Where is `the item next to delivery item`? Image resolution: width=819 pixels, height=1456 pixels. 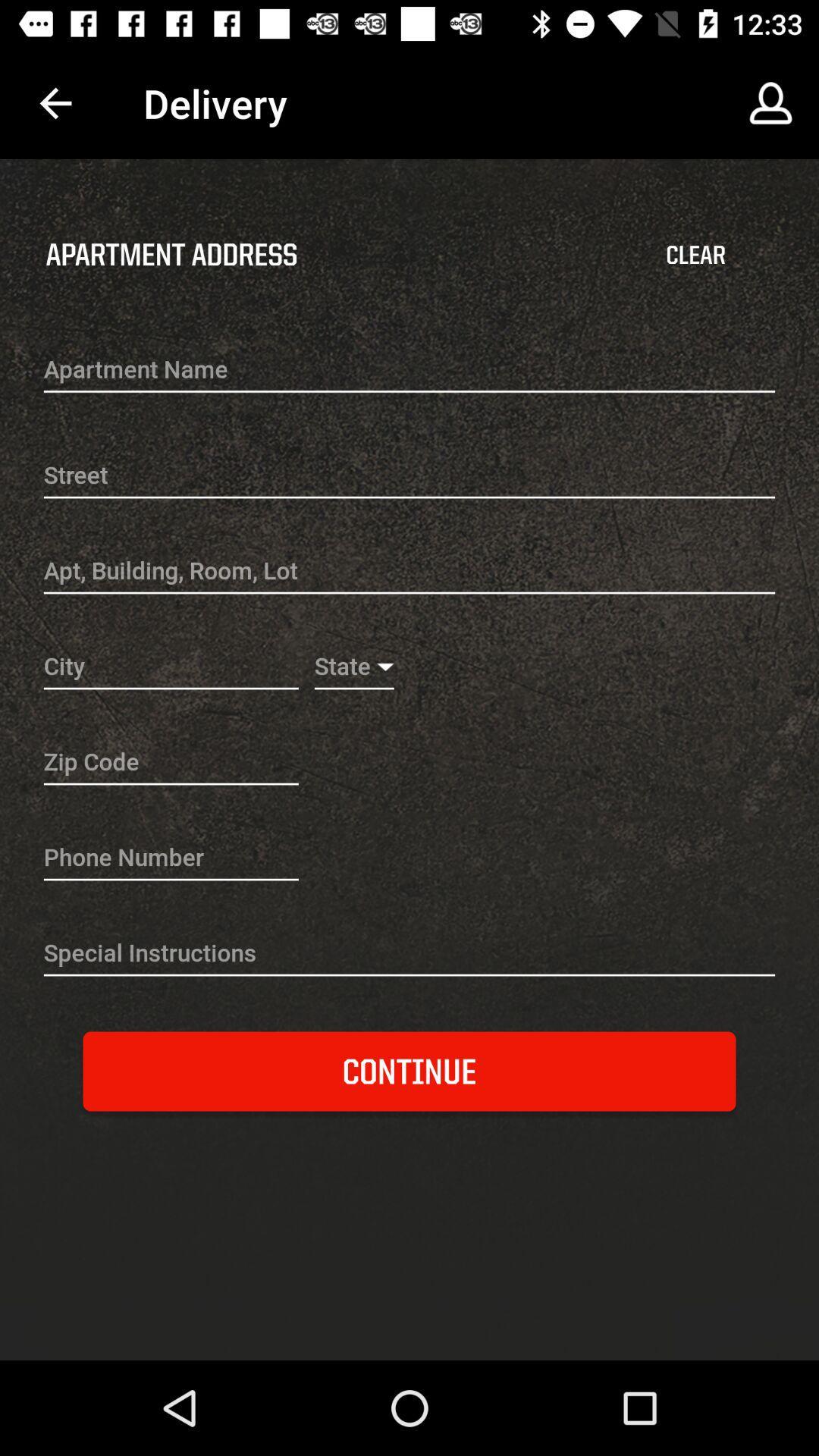 the item next to delivery item is located at coordinates (771, 102).